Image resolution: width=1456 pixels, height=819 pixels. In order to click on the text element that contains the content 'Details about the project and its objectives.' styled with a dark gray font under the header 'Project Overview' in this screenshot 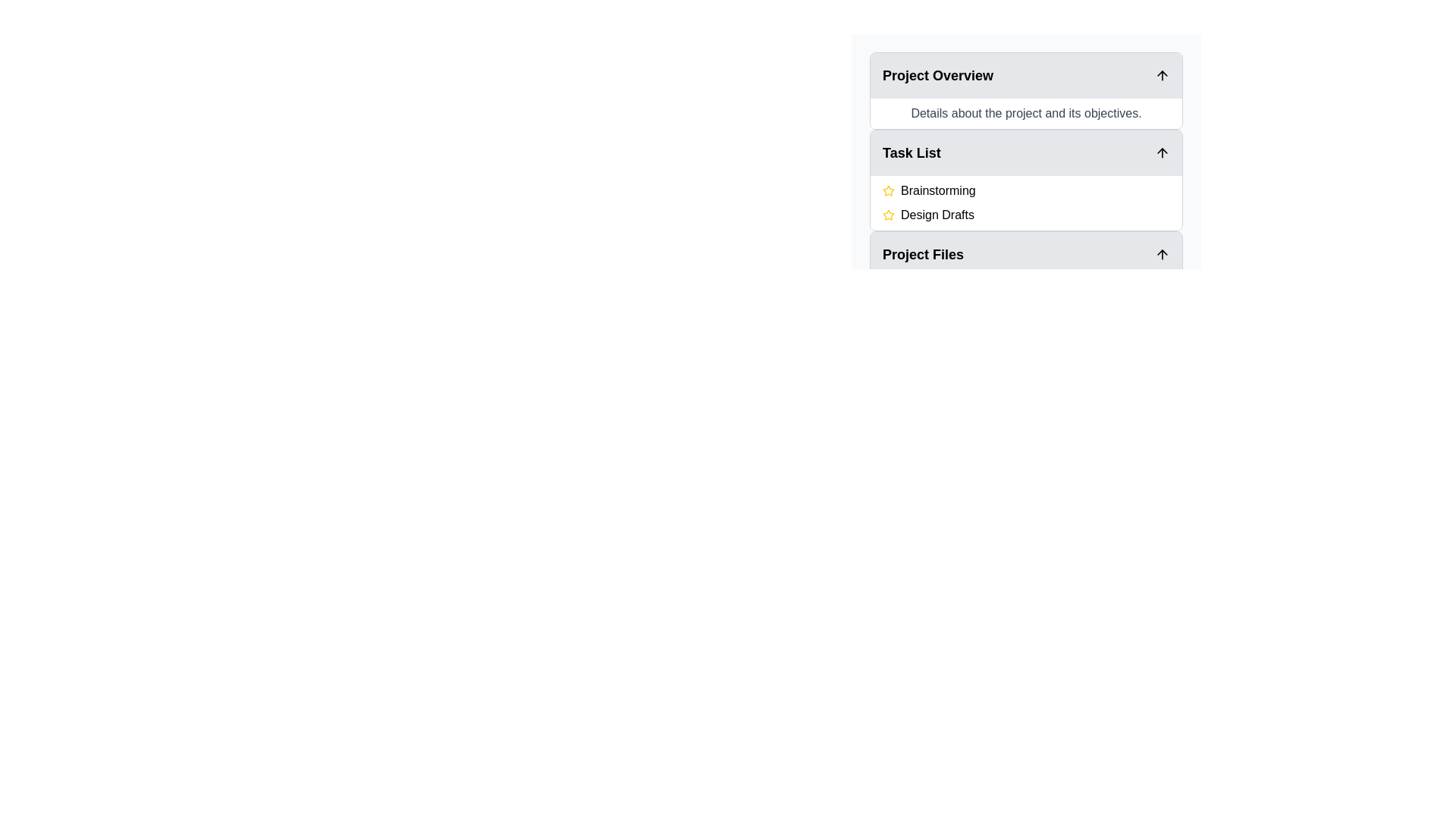, I will do `click(1026, 113)`.